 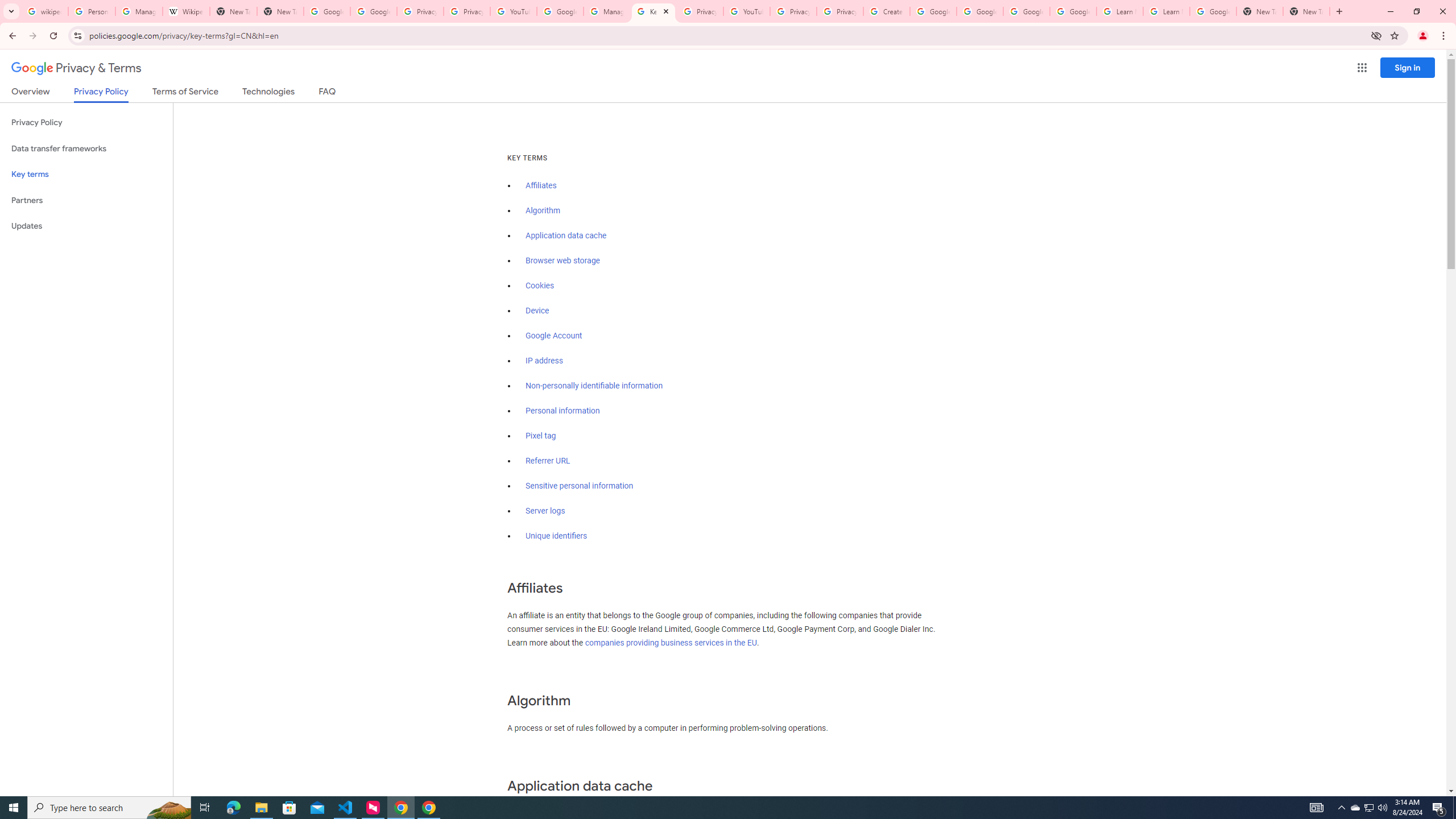 What do you see at coordinates (30, 93) in the screenshot?
I see `'Overview'` at bounding box center [30, 93].